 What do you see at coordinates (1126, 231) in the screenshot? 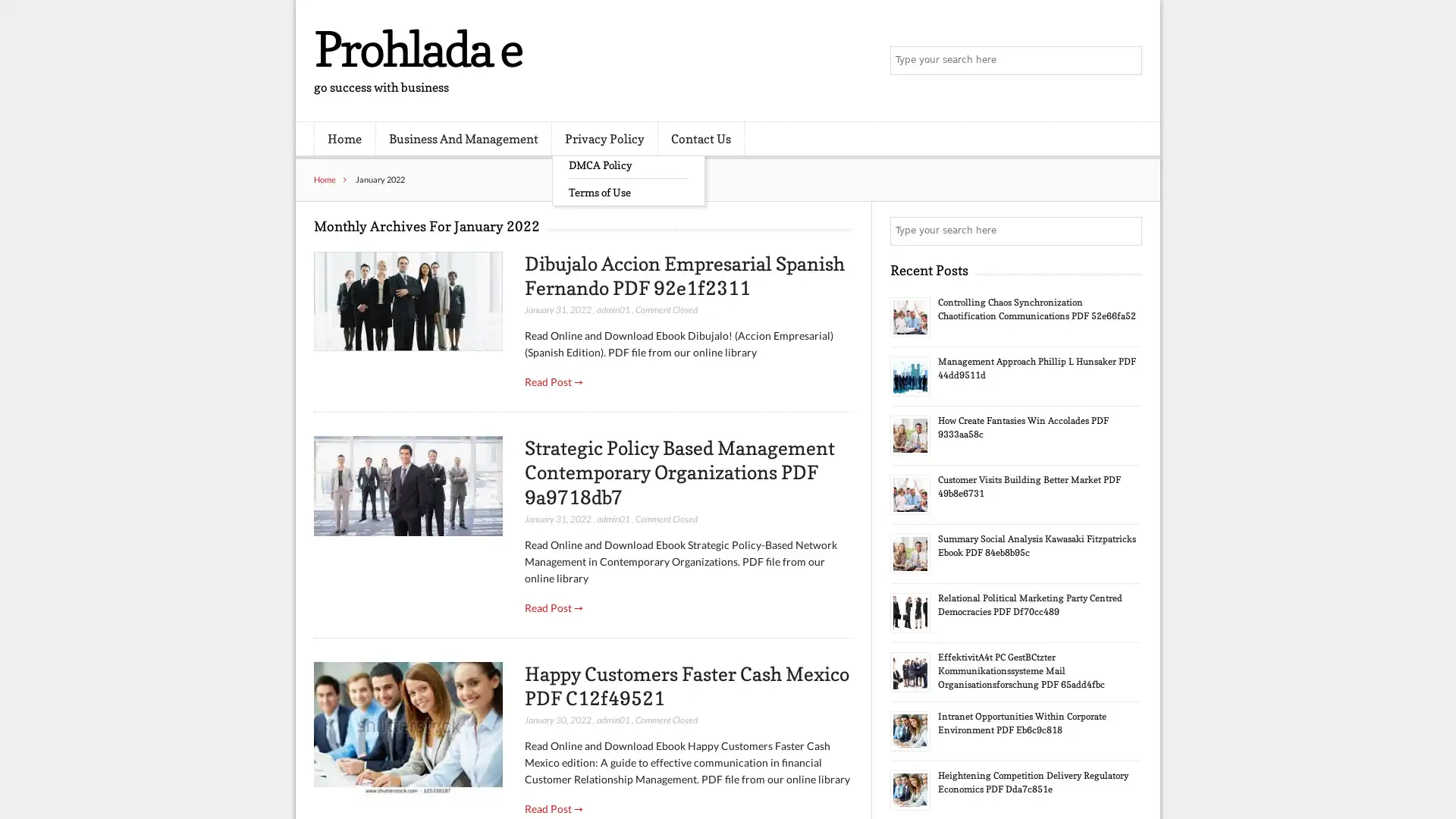
I see `Search` at bounding box center [1126, 231].